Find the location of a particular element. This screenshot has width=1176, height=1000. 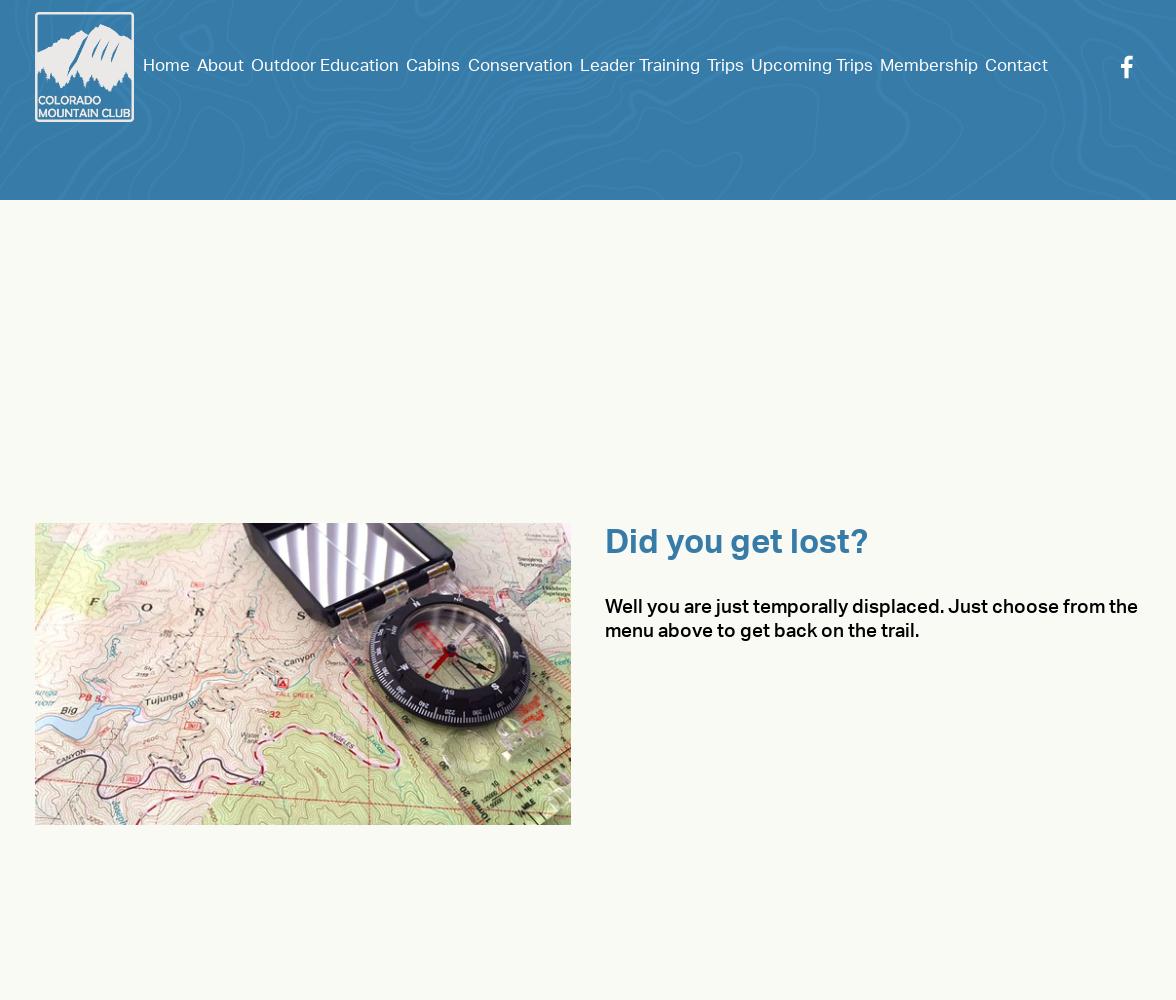

'Leader Training' is located at coordinates (578, 64).